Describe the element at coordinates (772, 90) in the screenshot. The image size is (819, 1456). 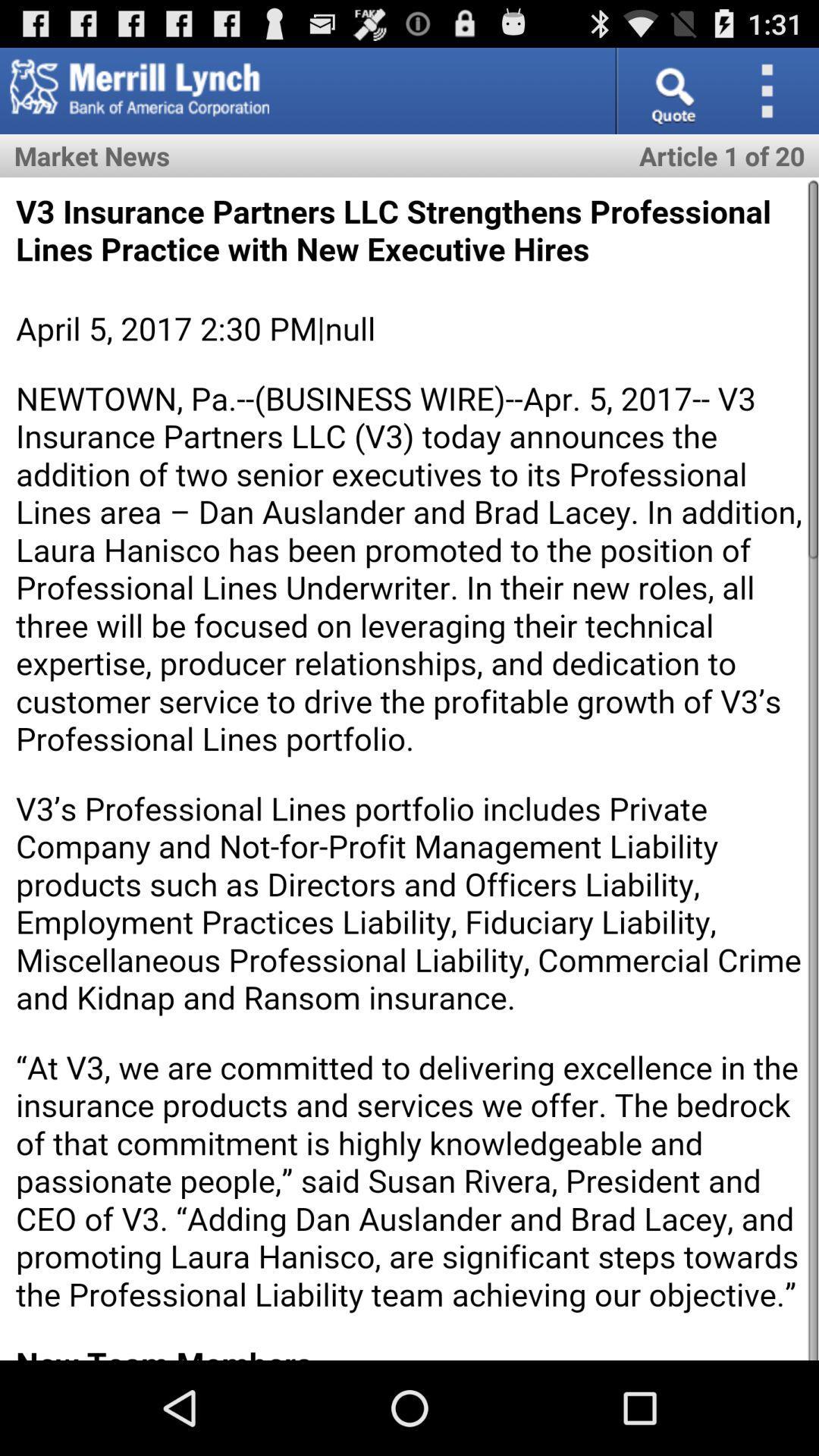
I see `option button` at that location.